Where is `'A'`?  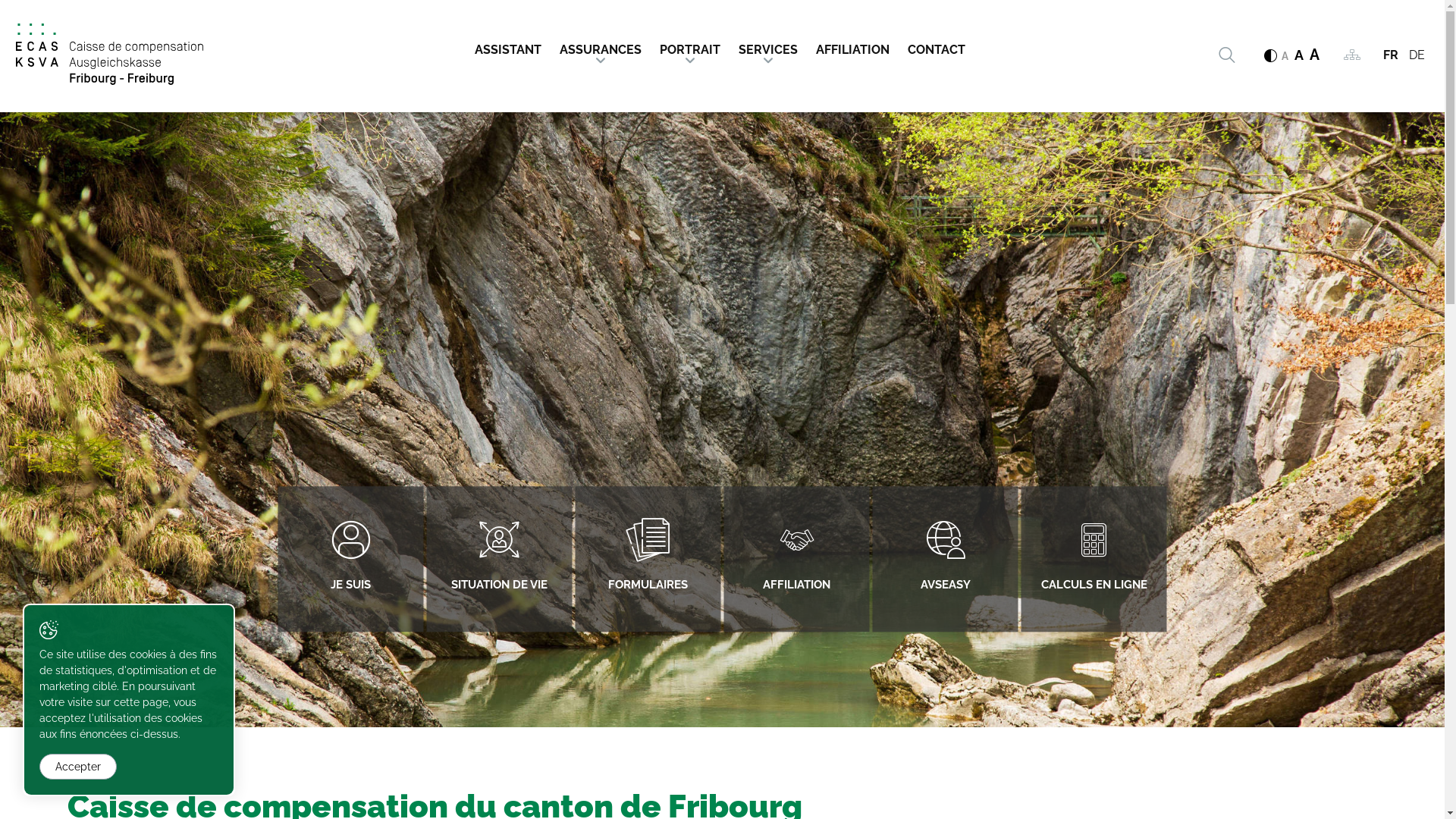
'A' is located at coordinates (1294, 55).